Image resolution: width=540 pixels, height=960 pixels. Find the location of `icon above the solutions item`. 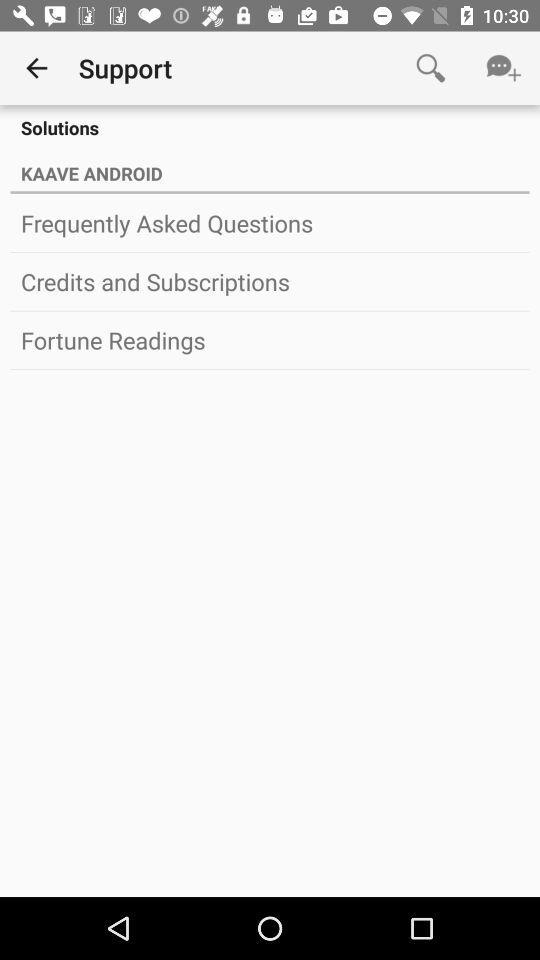

icon above the solutions item is located at coordinates (502, 68).